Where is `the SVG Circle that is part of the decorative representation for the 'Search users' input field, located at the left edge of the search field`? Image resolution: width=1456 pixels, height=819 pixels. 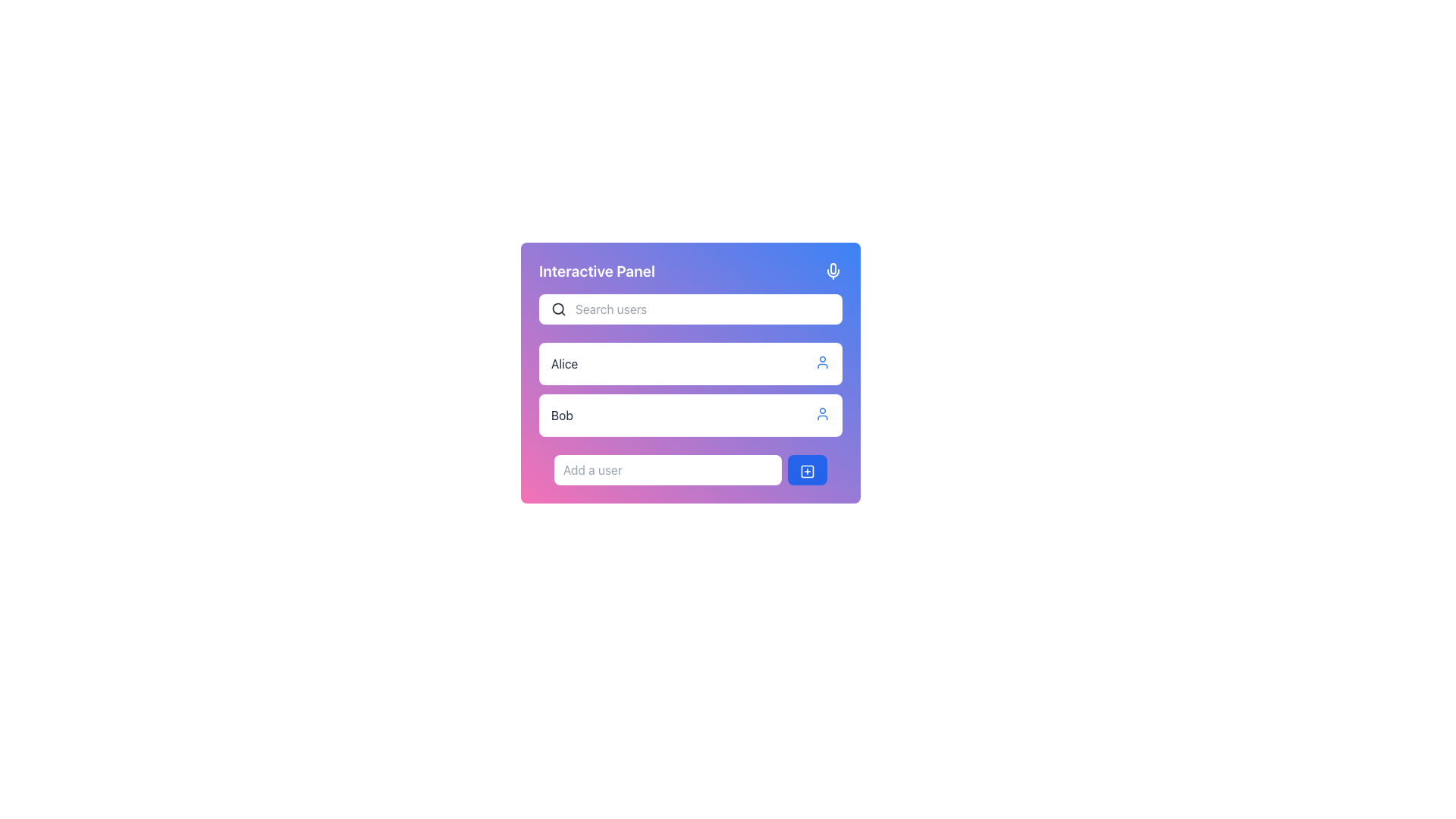
the SVG Circle that is part of the decorative representation for the 'Search users' input field, located at the left edge of the search field is located at coordinates (557, 308).